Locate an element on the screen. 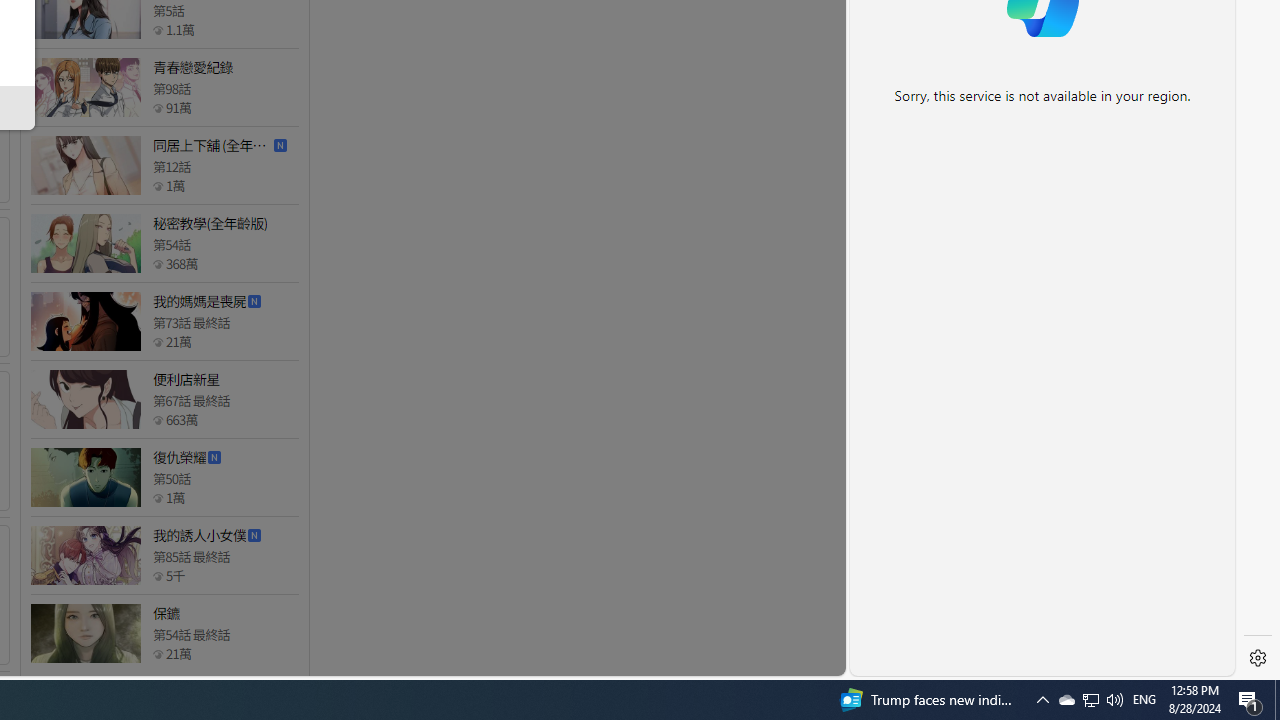 This screenshot has width=1280, height=720. 'Class: thumb_img' is located at coordinates (84, 633).